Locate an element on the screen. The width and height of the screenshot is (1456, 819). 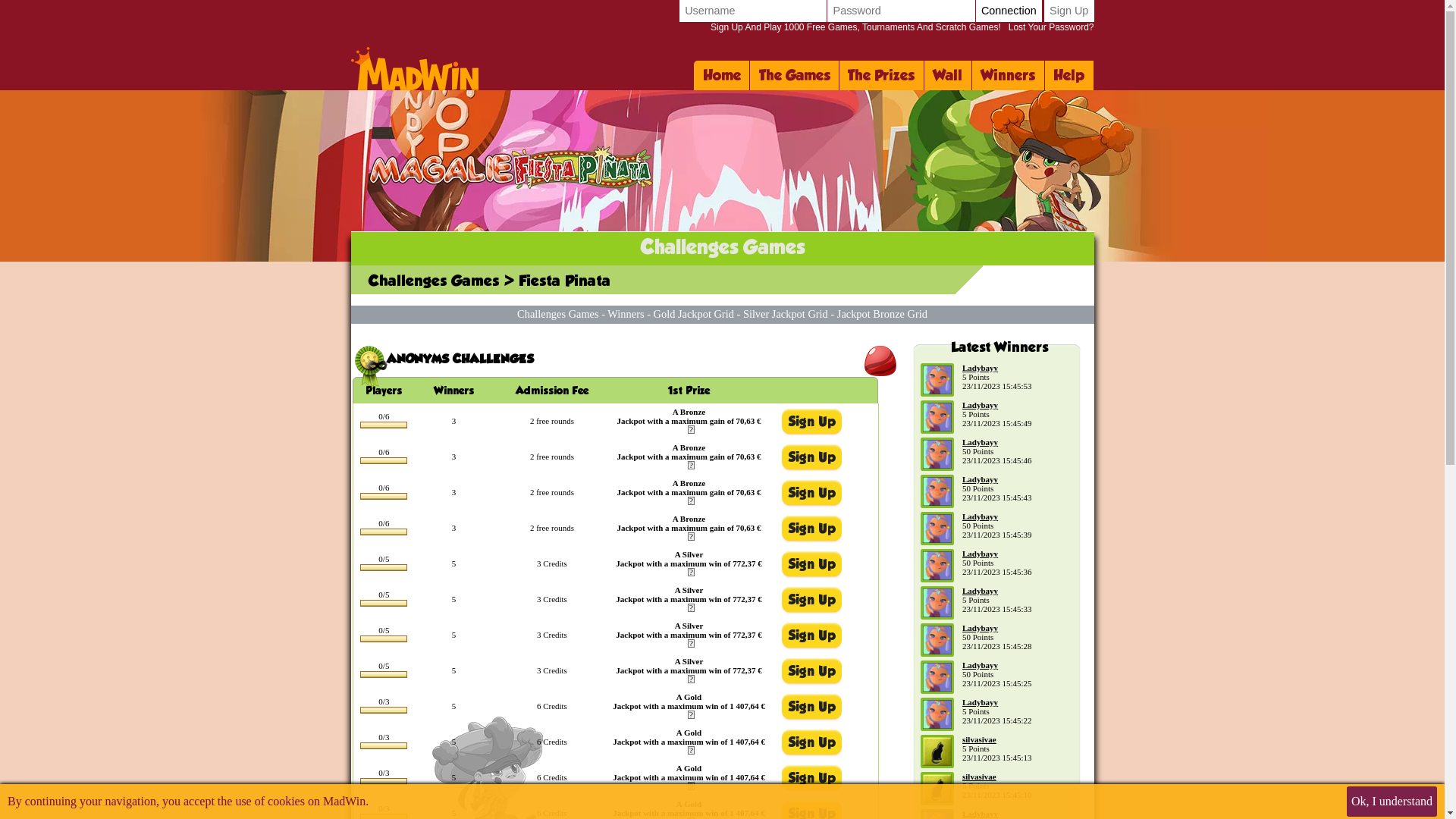
'Home' is located at coordinates (720, 75).